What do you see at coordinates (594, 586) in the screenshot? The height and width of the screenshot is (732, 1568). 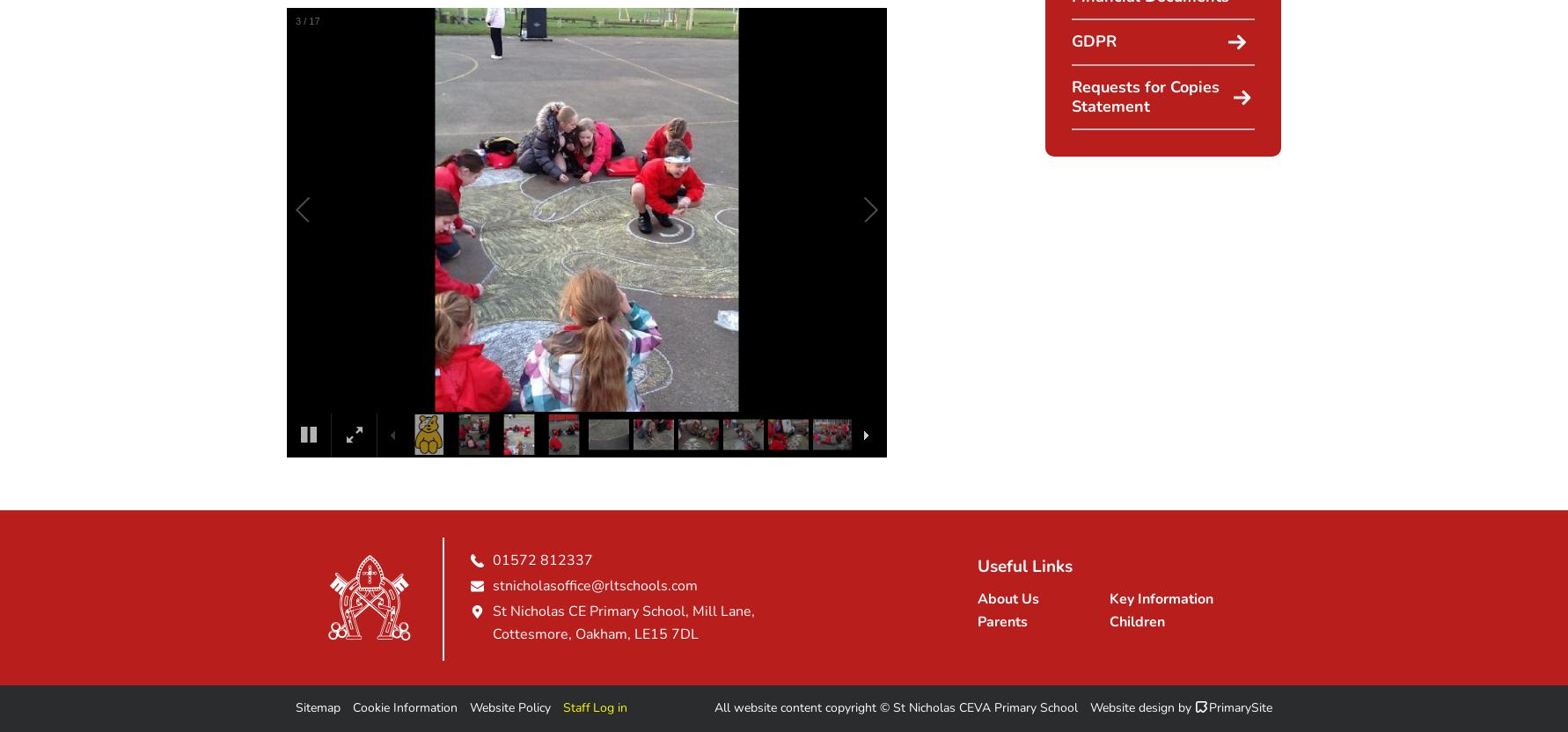 I see `'stnicholasoffice@rltschools.com'` at bounding box center [594, 586].